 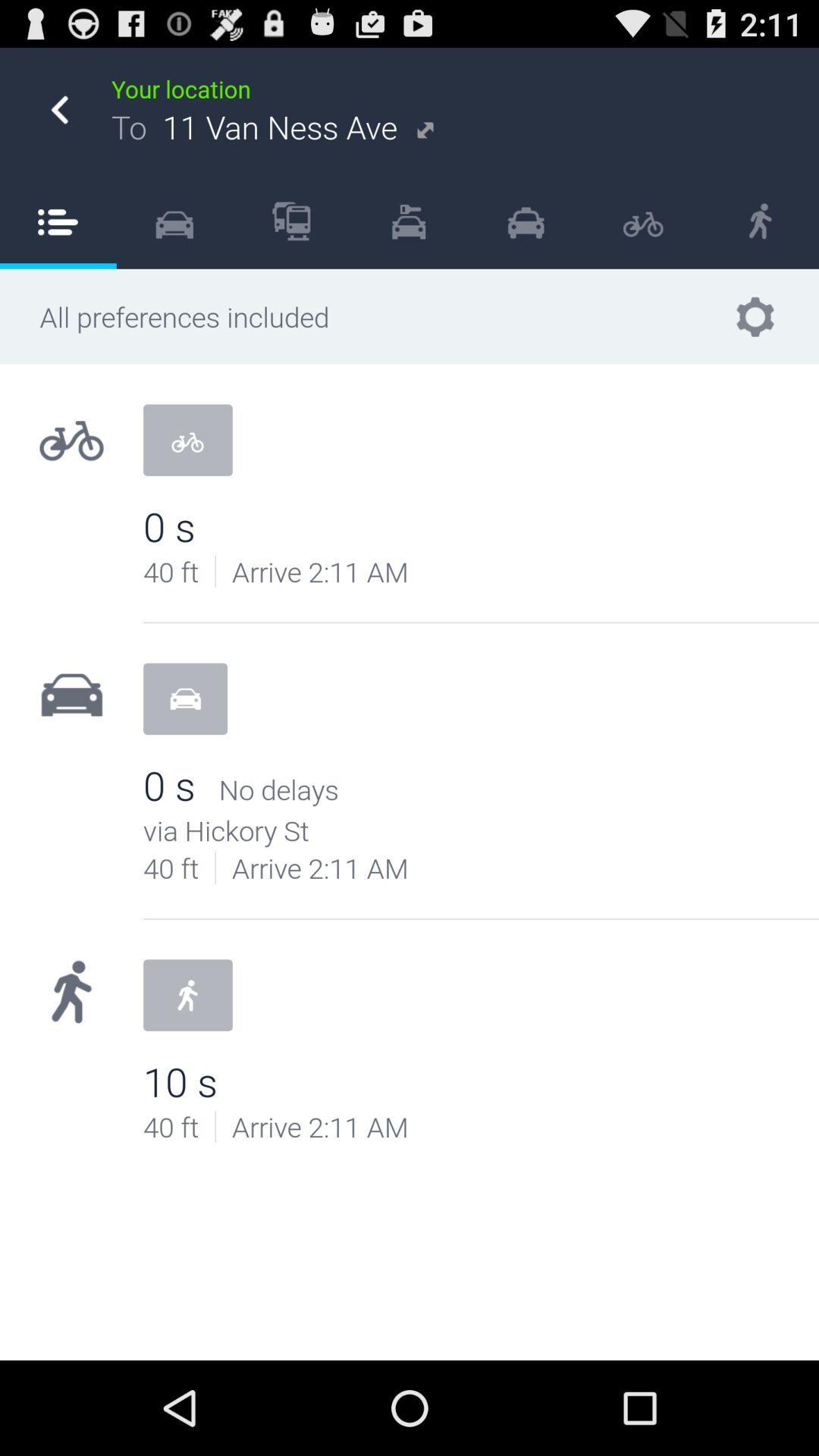 What do you see at coordinates (58, 118) in the screenshot?
I see `the arrow_backward icon` at bounding box center [58, 118].